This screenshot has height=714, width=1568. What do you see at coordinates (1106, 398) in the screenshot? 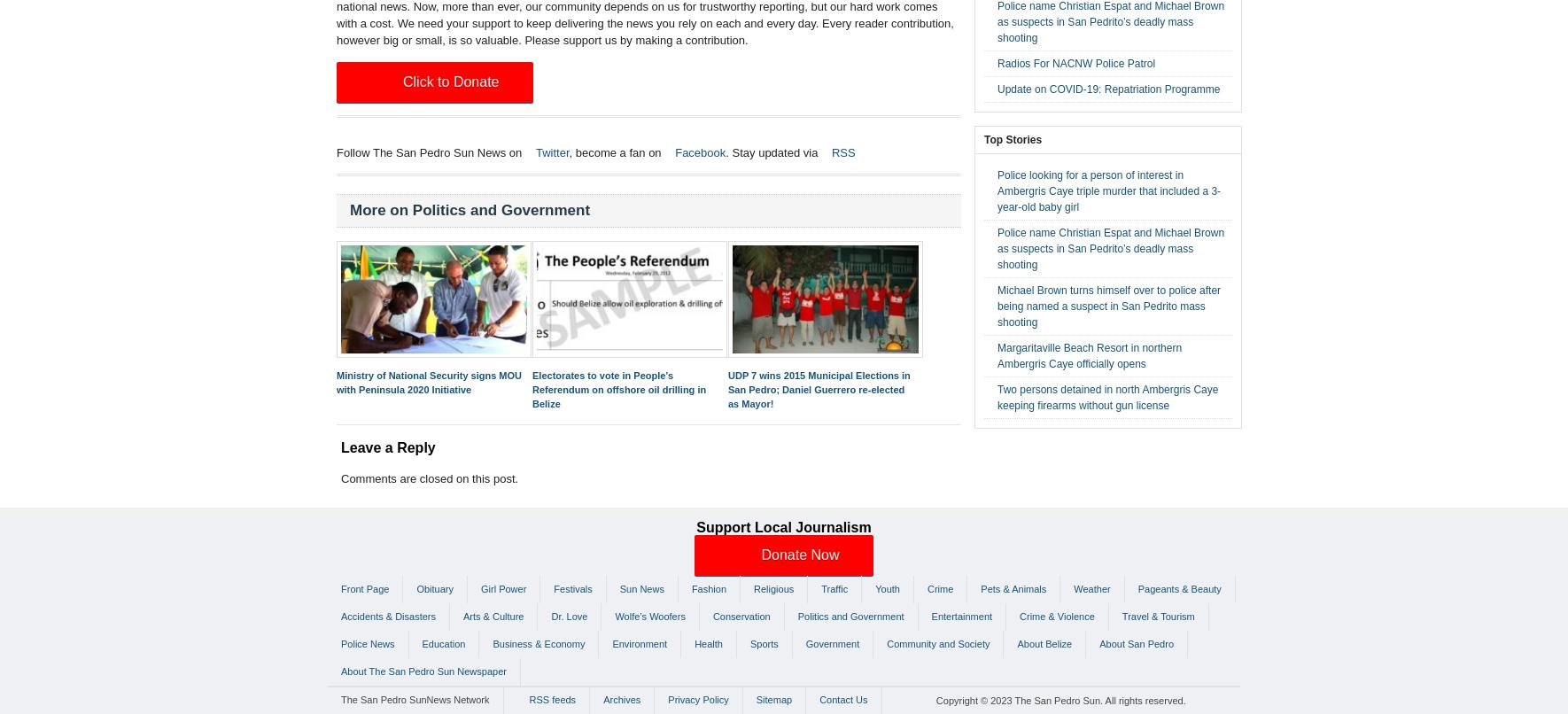
I see `'Two persons detained in north Ambergris Caye keeping firearms without gun license'` at bounding box center [1106, 398].